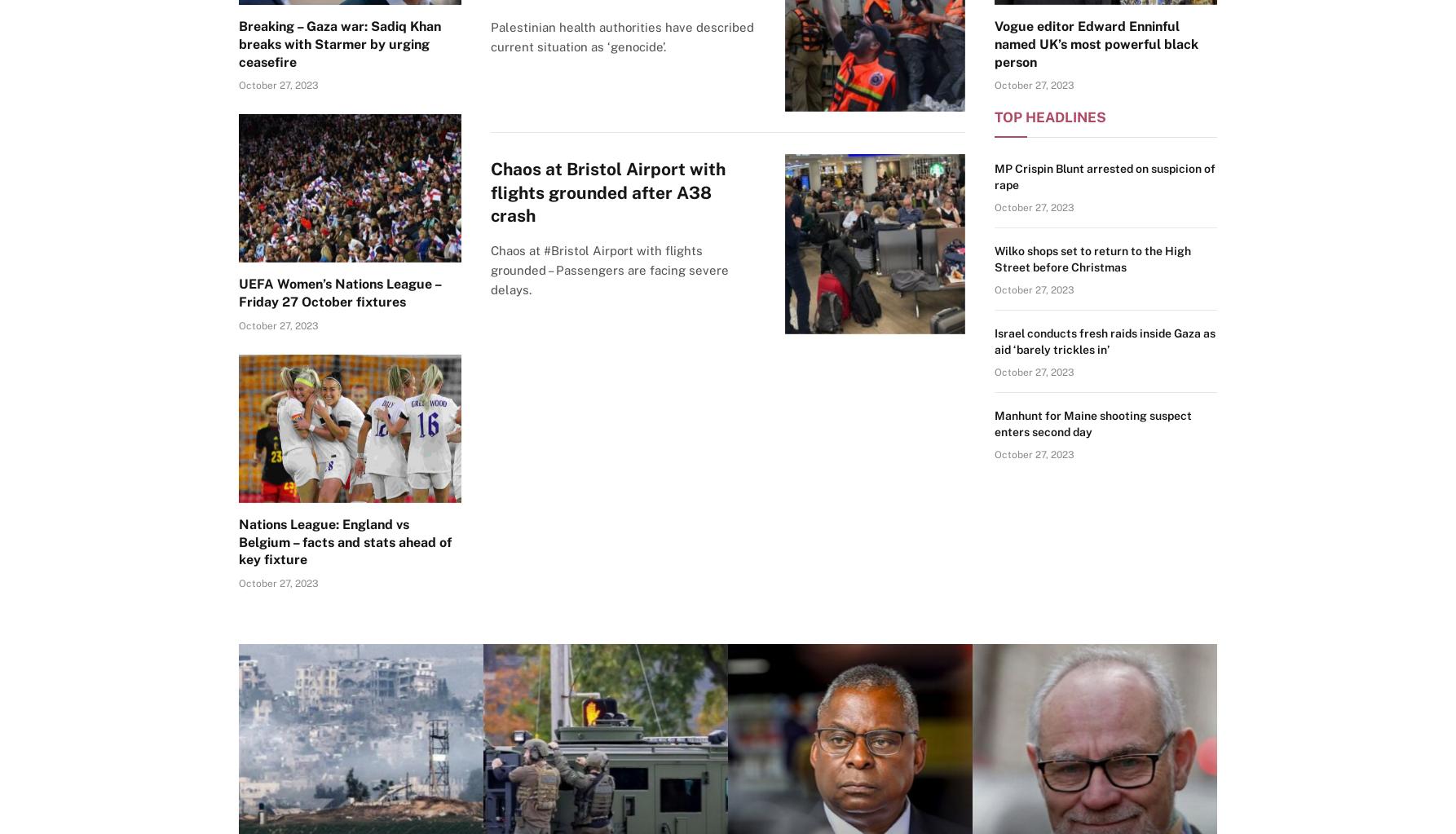  Describe the element at coordinates (607, 191) in the screenshot. I see `'Chaos at Bristol Airport with flights grounded after A38 crash'` at that location.